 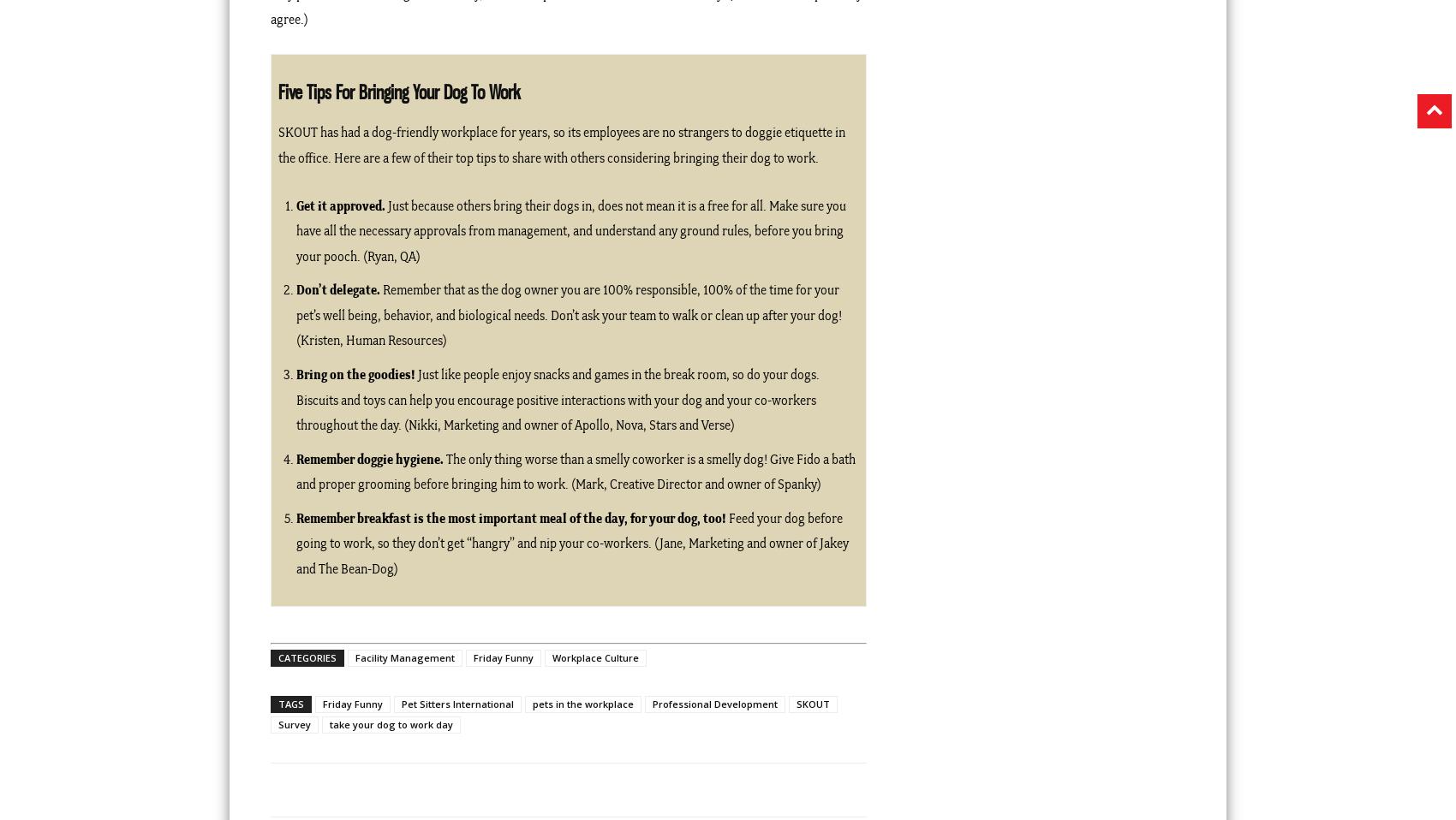 What do you see at coordinates (617, 374) in the screenshot?
I see `'Just like people enjoy snacks and games in the break room, so do your dogs.'` at bounding box center [617, 374].